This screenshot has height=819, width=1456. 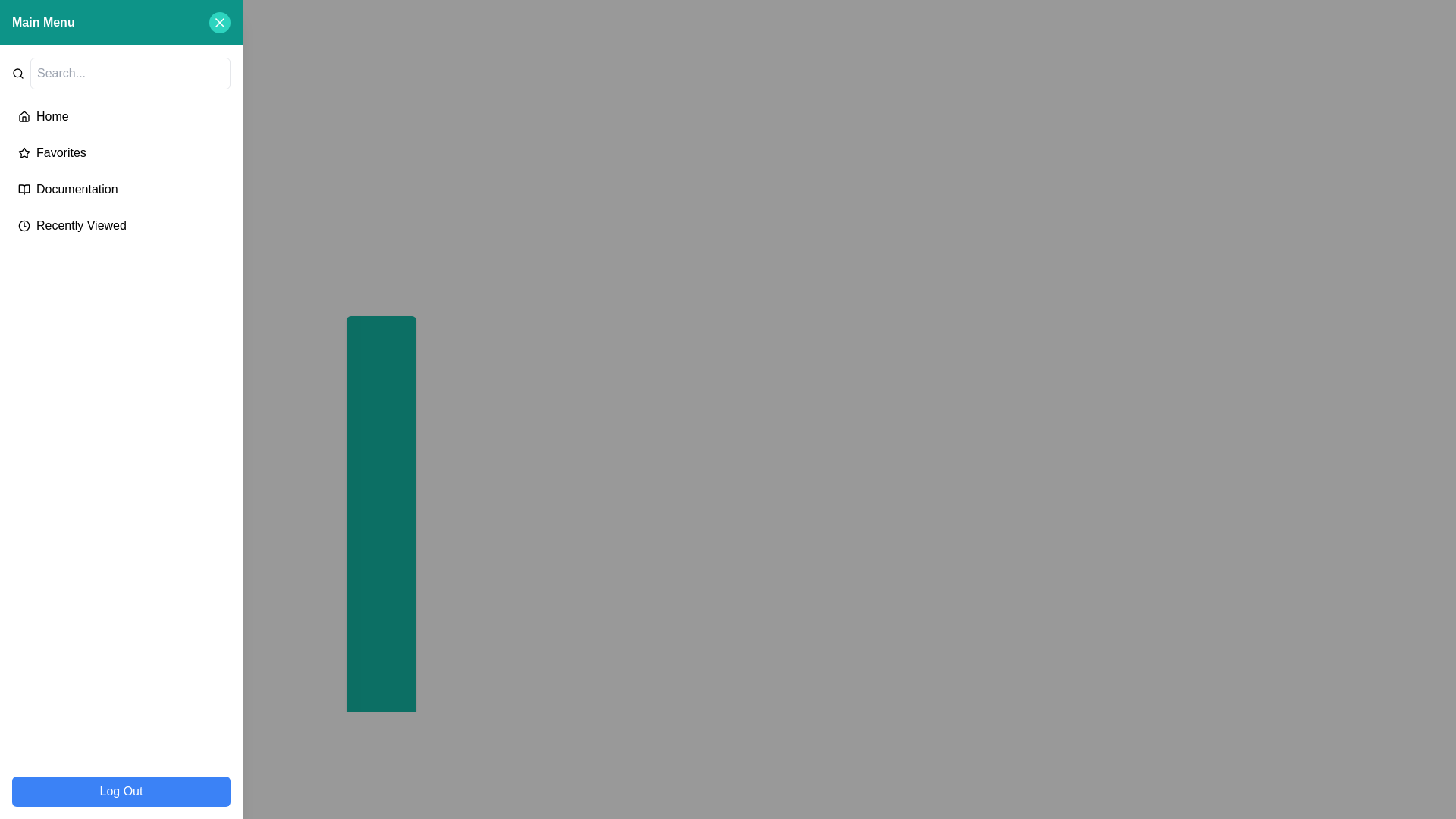 I want to click on the magnifying glass SVG icon used for search functionality, located immediately to the left of the 'Search...' text input box, so click(x=18, y=73).